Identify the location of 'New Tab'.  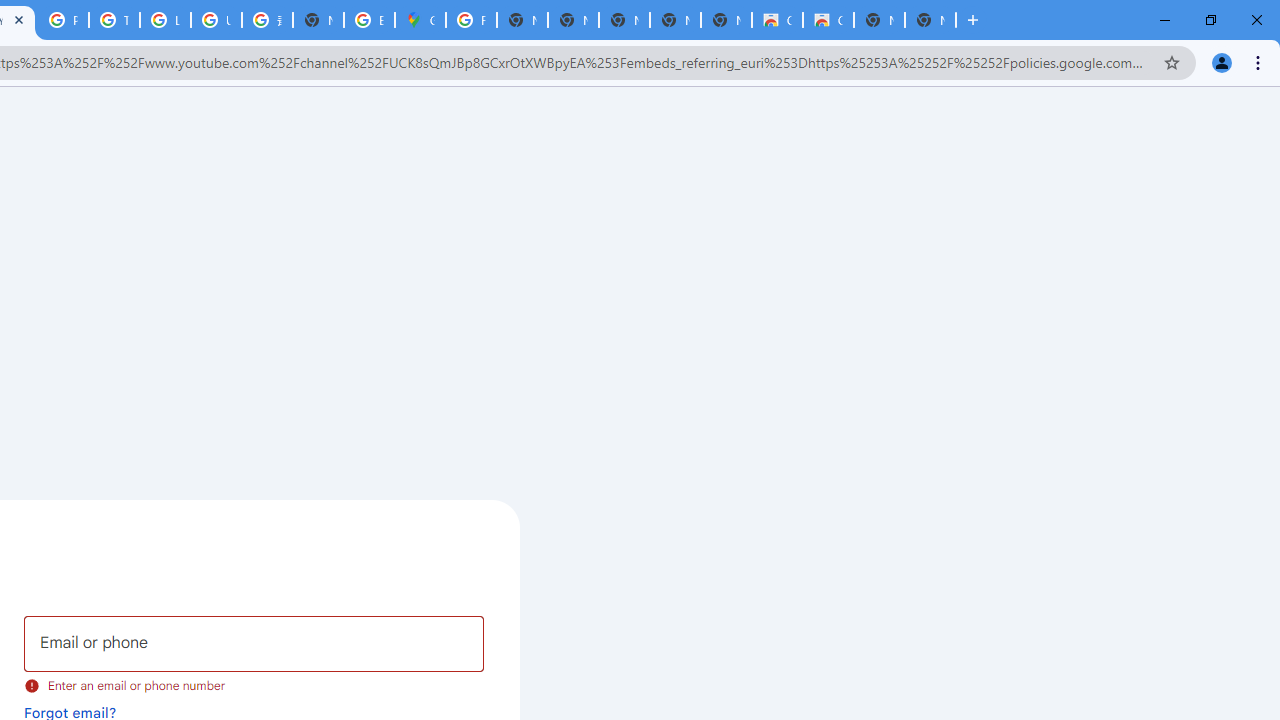
(929, 20).